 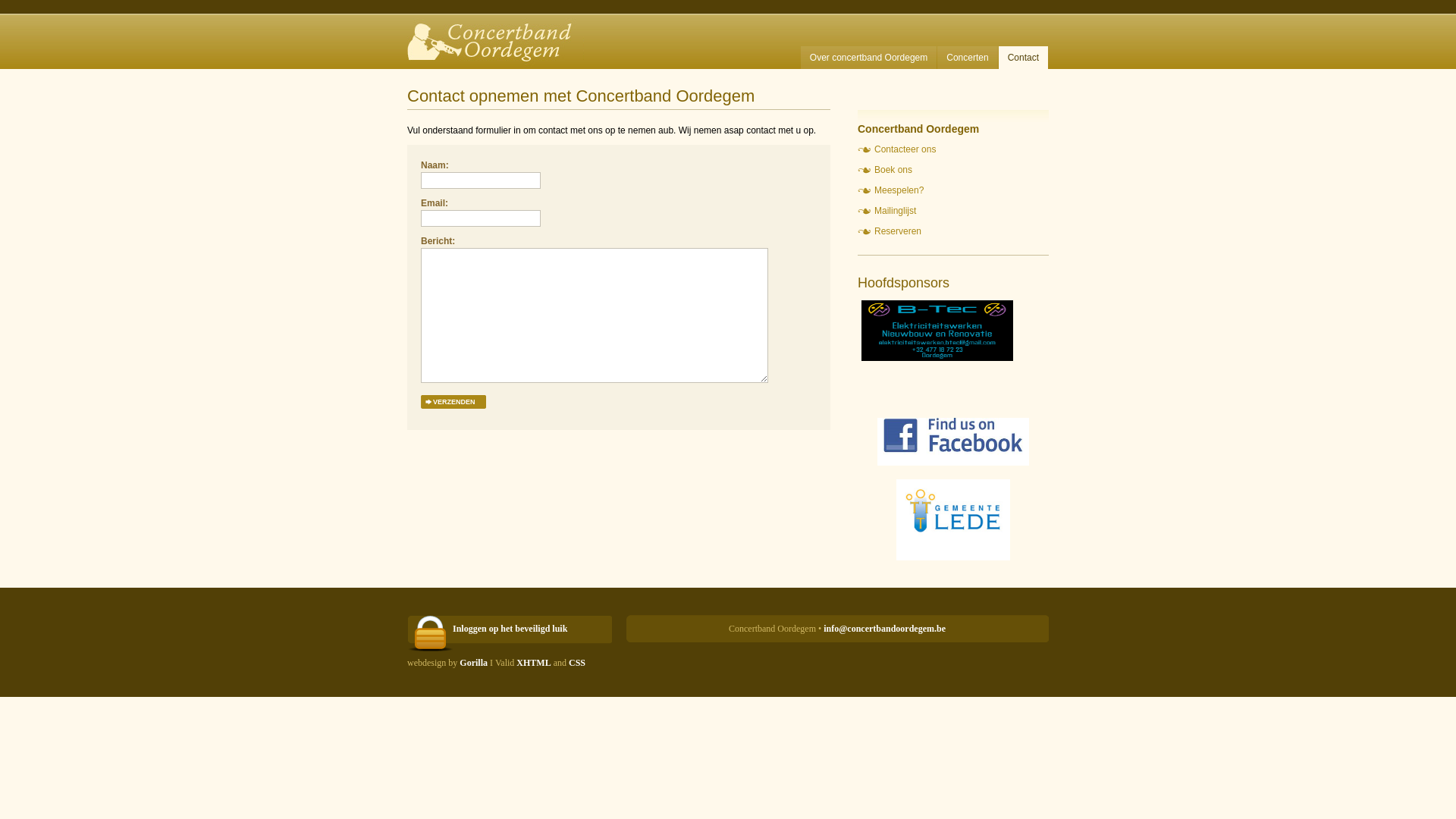 What do you see at coordinates (458, 662) in the screenshot?
I see `'Gorilla'` at bounding box center [458, 662].